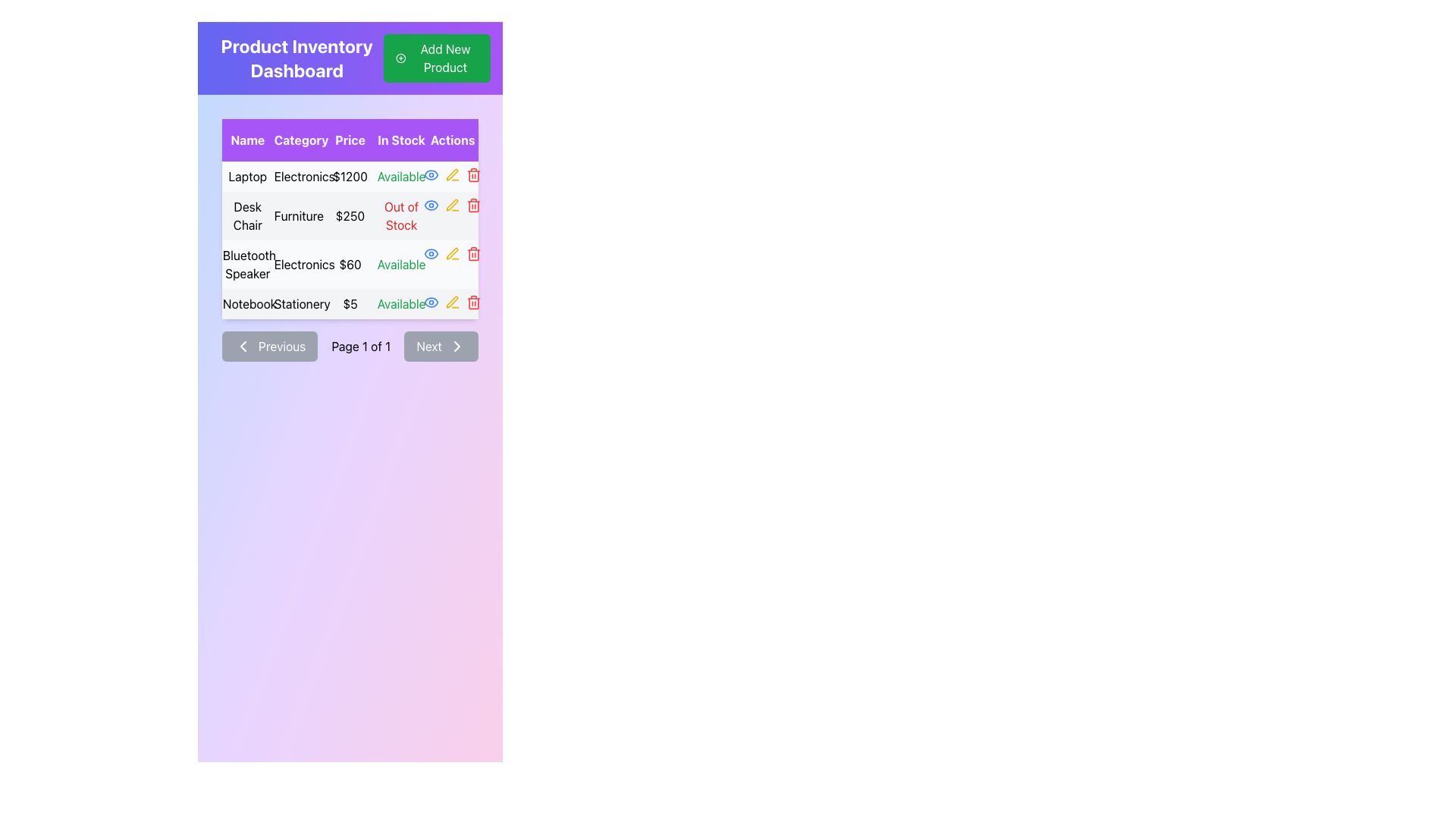 This screenshot has width=1456, height=819. What do you see at coordinates (473, 302) in the screenshot?
I see `the red trash can icon button located at the far right of the last row of action icons` at bounding box center [473, 302].